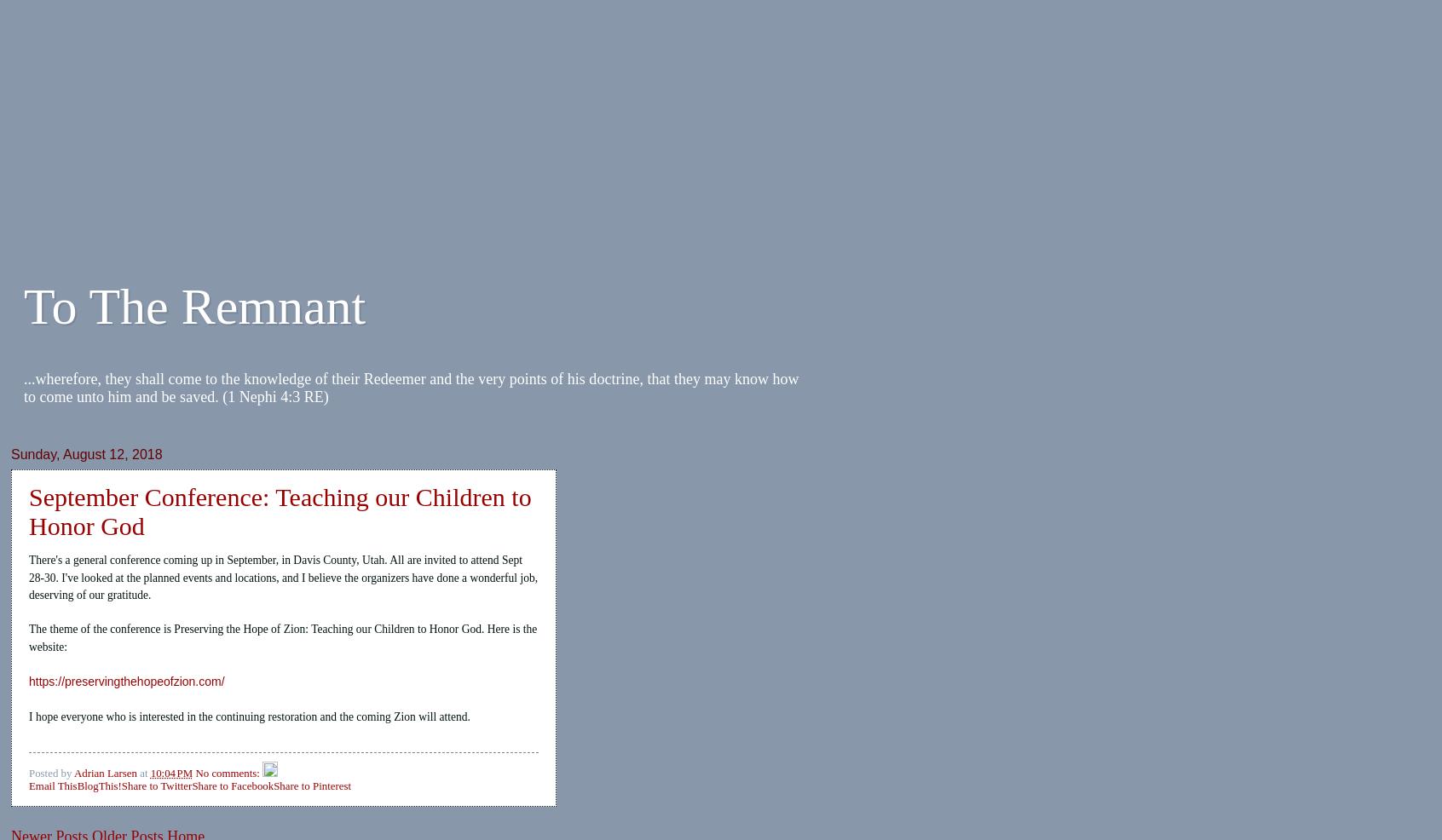 The height and width of the screenshot is (840, 1442). Describe the element at coordinates (410, 388) in the screenshot. I see `'...wherefore, they shall come to the knowledge of their Redeemer and the very points of his doctrine, that they may know how to come unto him and be saved. (1 Nephi 4:3 RE)'` at that location.